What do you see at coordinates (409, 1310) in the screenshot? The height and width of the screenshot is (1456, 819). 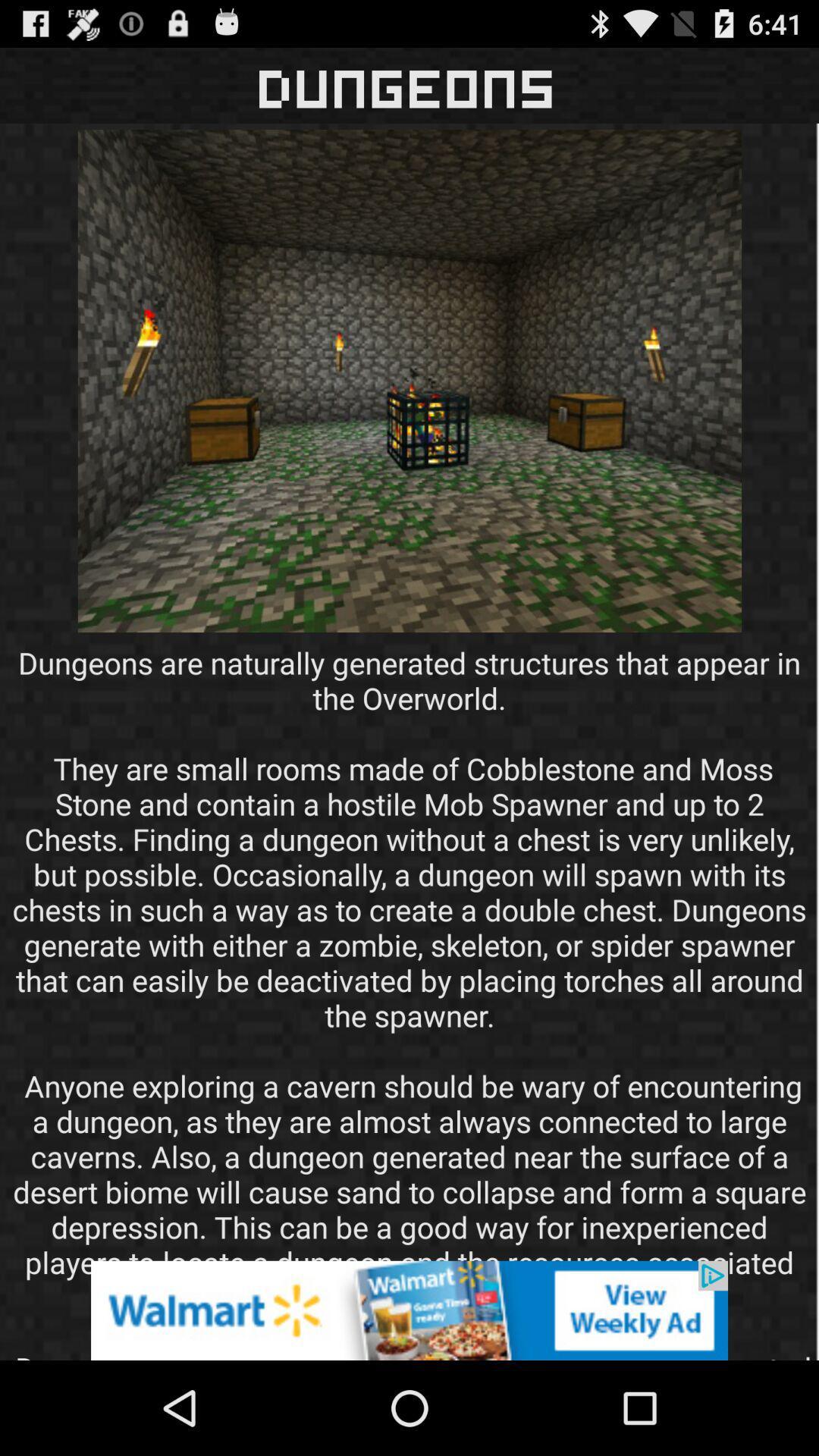 I see `advertisement` at bounding box center [409, 1310].